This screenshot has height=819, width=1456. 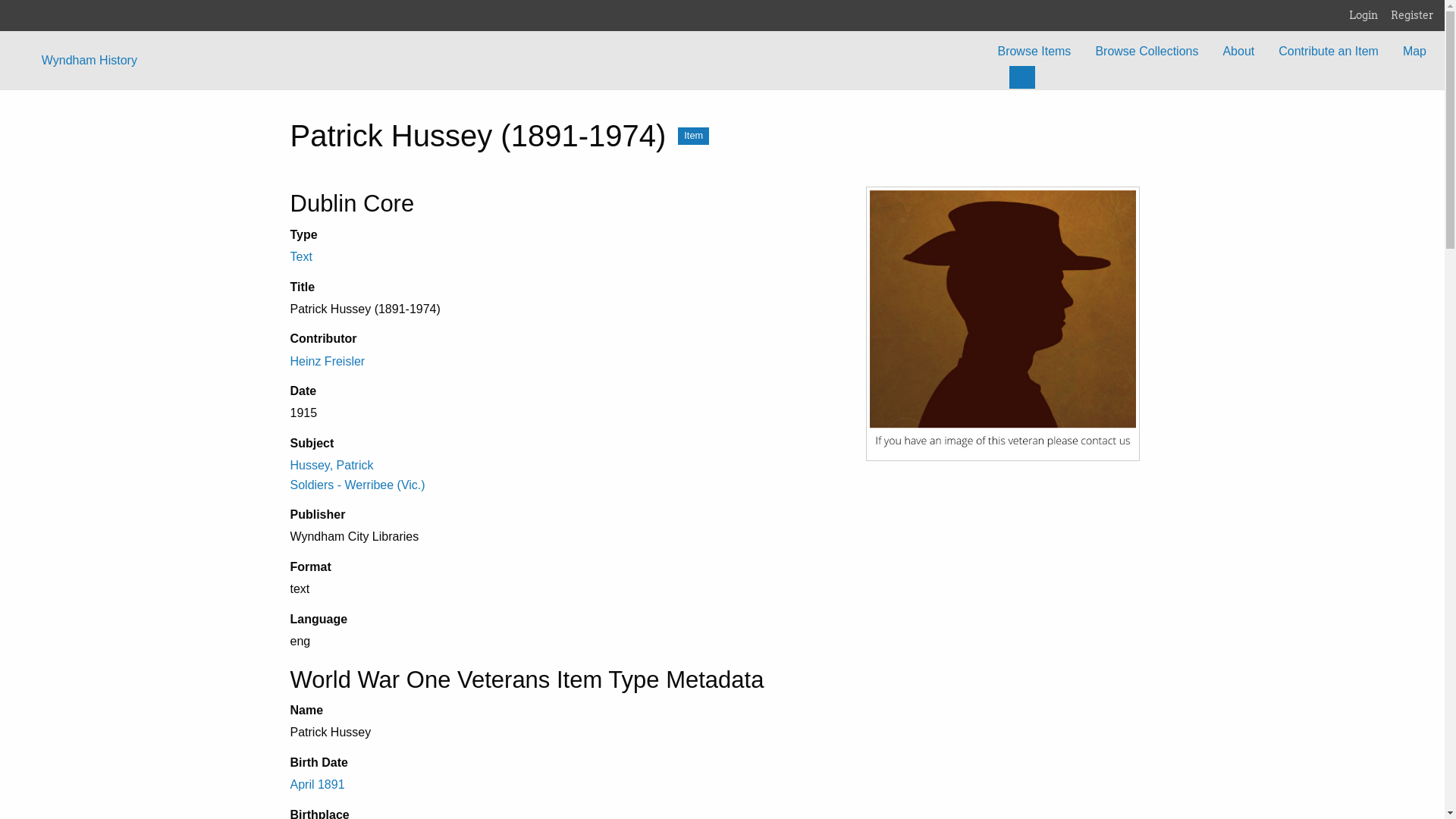 I want to click on 'Soldiers - Werribee (Vic.)', so click(x=356, y=485).